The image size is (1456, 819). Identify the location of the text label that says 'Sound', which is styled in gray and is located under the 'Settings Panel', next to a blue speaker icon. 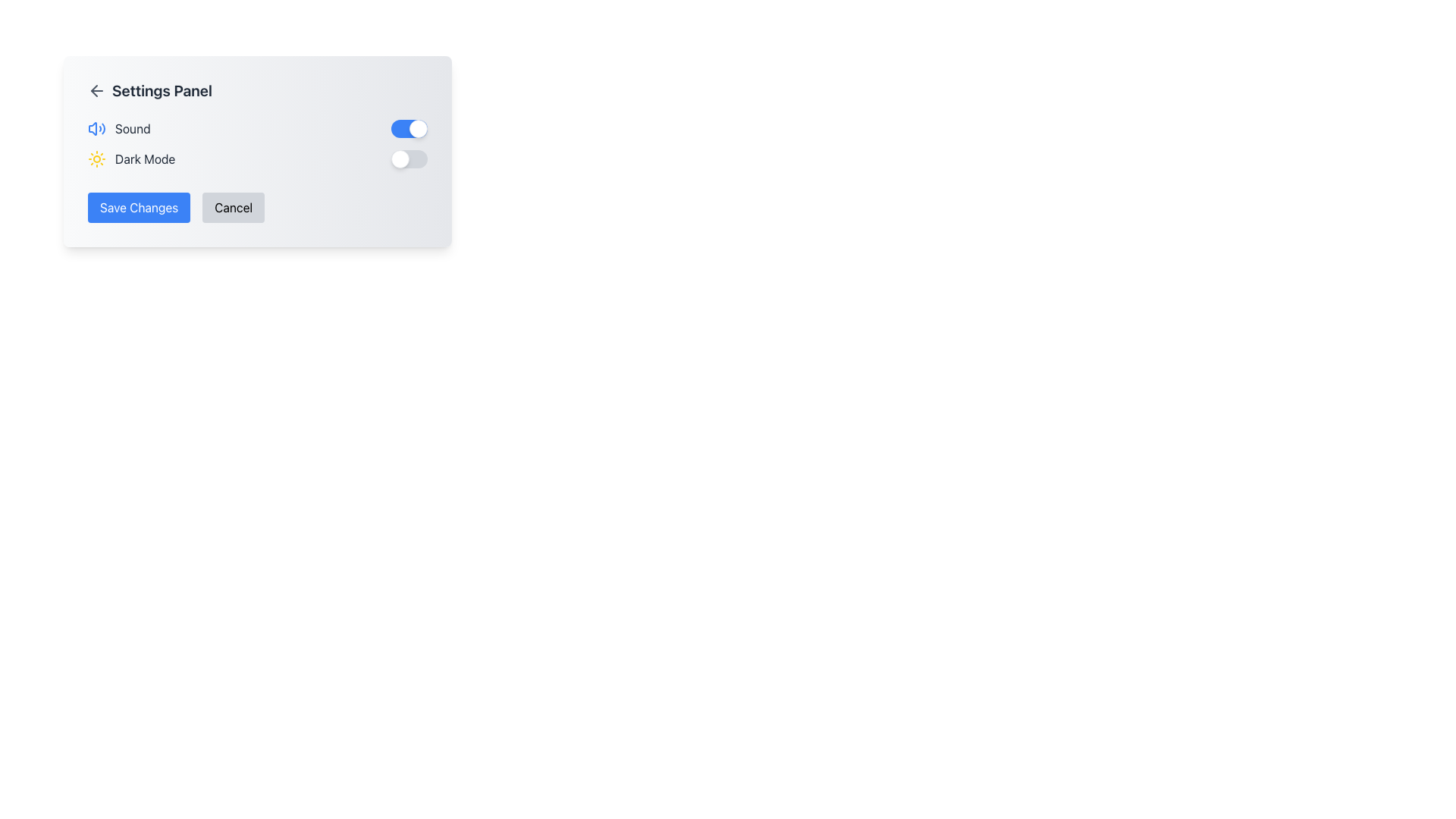
(118, 127).